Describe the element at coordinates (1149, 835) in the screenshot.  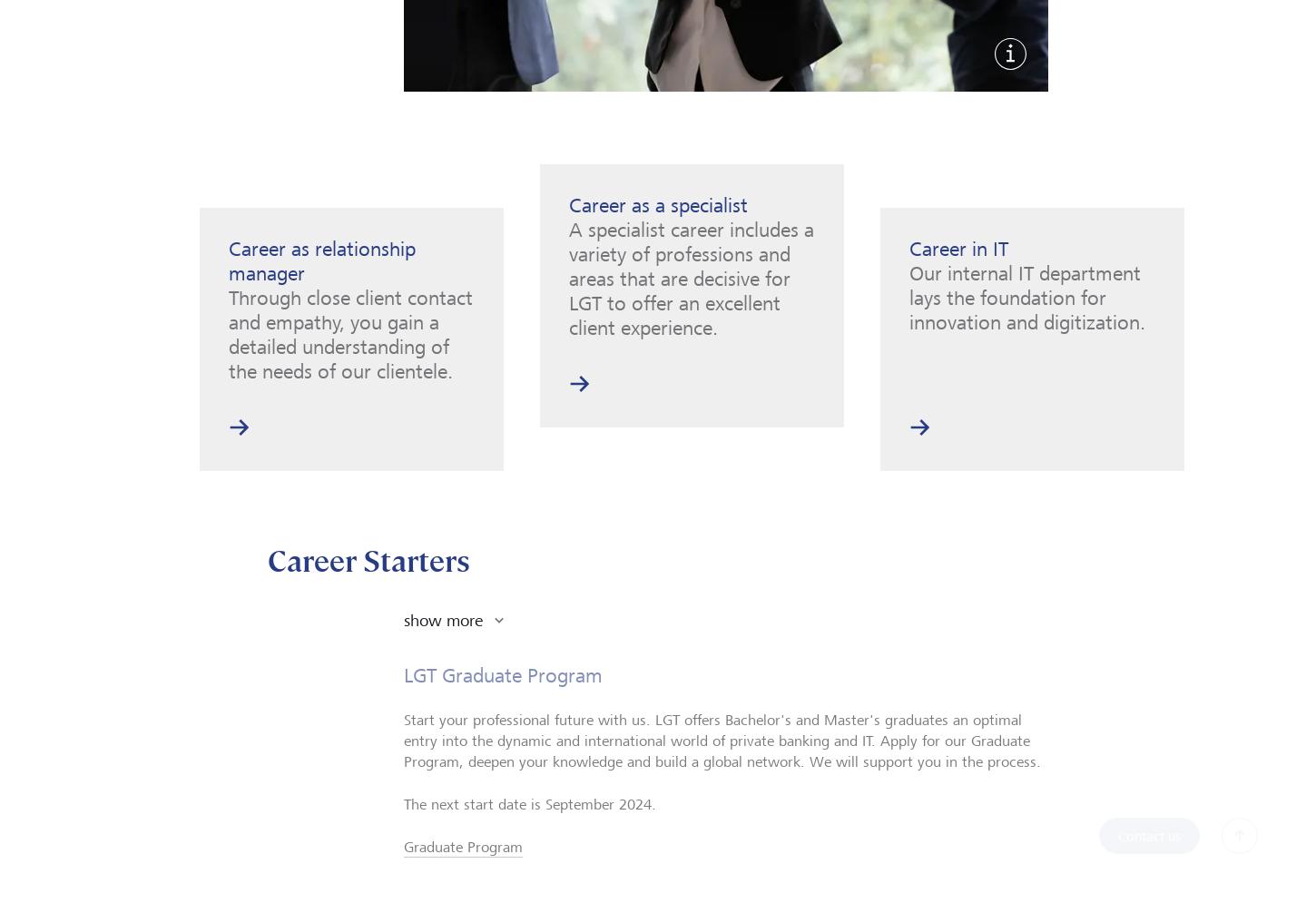
I see `'Contact us'` at that location.